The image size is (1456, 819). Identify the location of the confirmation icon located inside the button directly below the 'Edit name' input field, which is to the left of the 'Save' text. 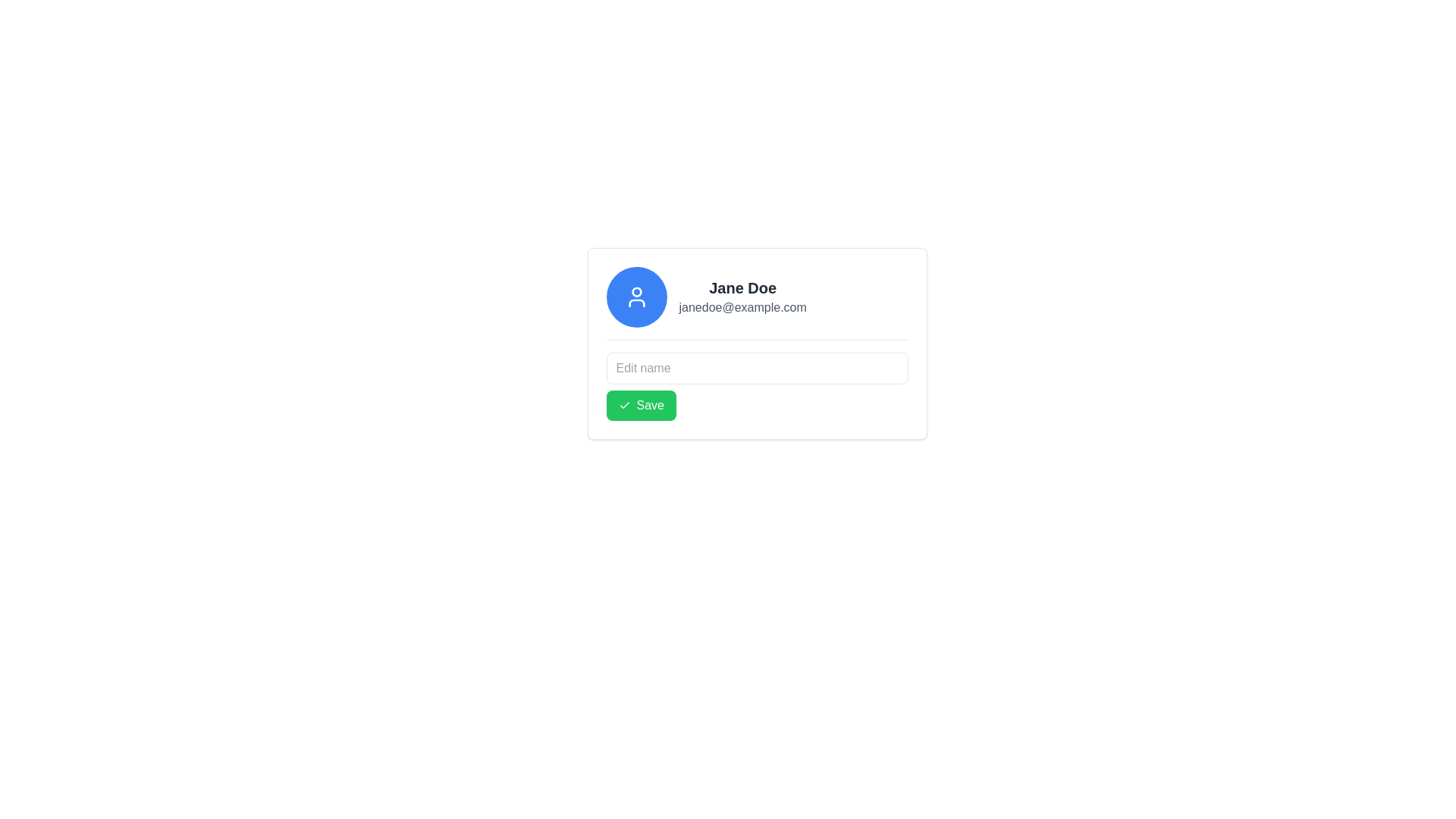
(624, 405).